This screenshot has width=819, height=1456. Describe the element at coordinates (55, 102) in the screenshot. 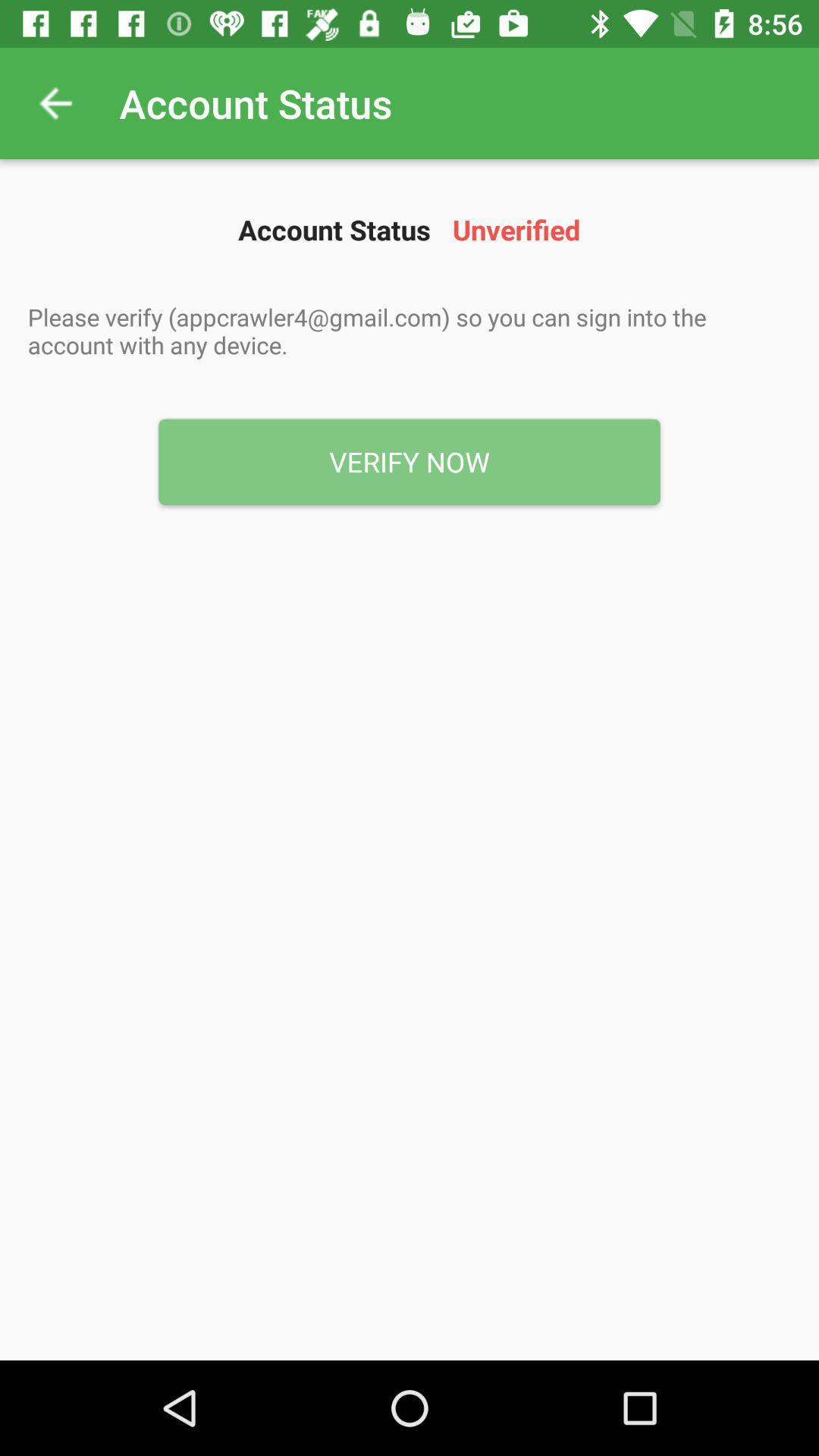

I see `icon next to account status icon` at that location.